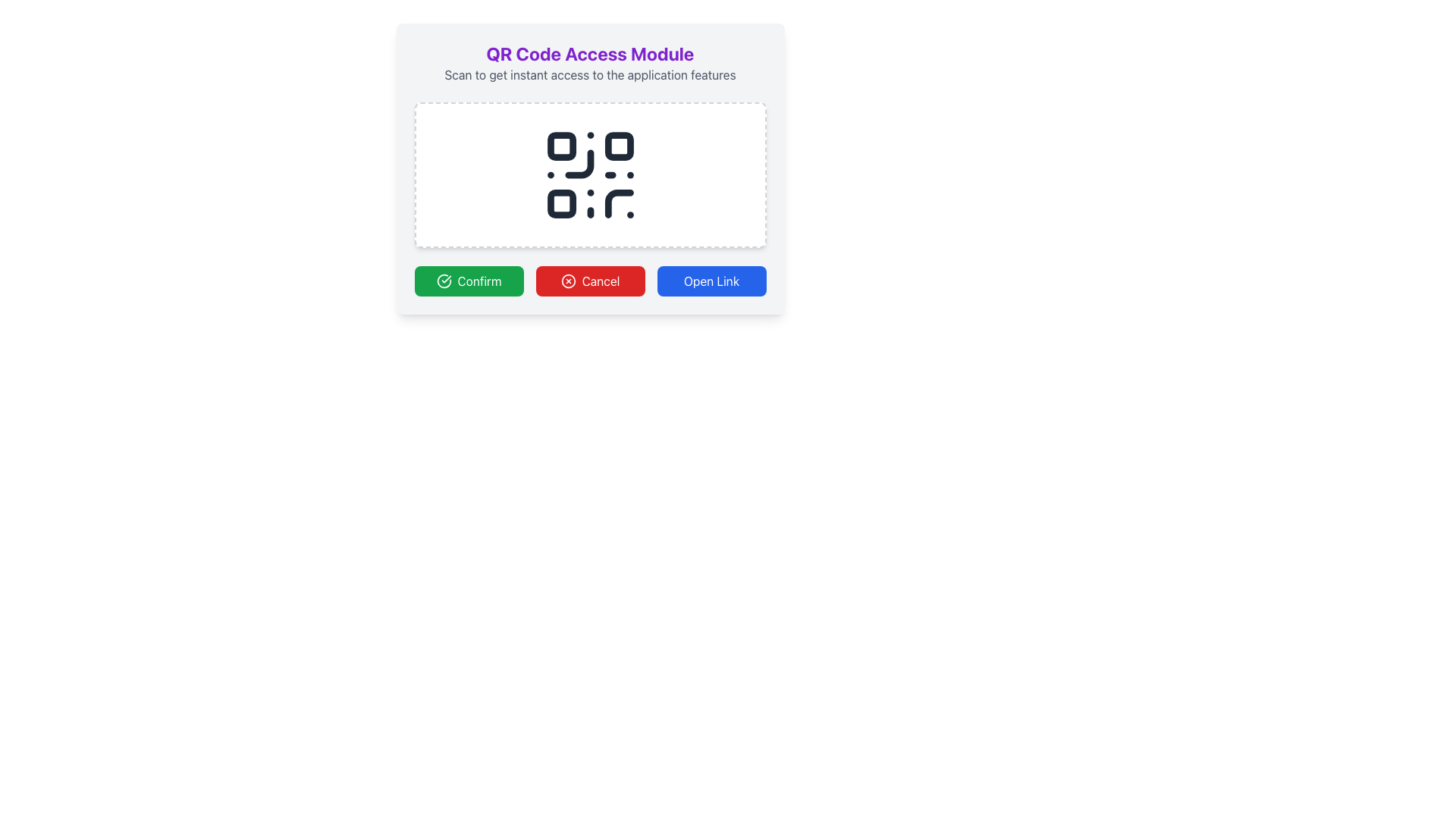 Image resolution: width=1456 pixels, height=819 pixels. What do you see at coordinates (578, 164) in the screenshot?
I see `the curved line that forms an incomplete rectangular loop, located near the central-left area of the QR code icon` at bounding box center [578, 164].